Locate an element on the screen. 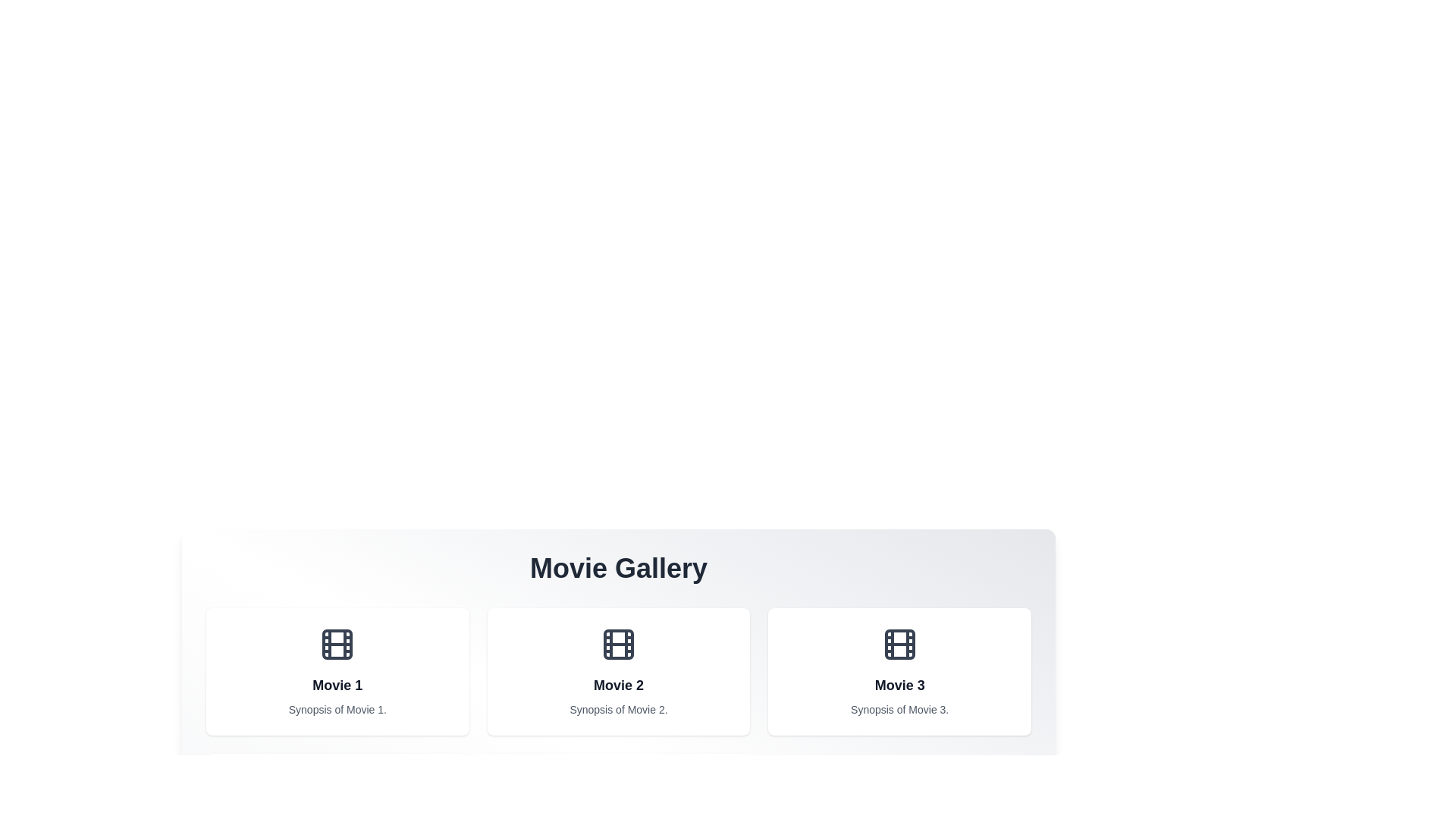 The height and width of the screenshot is (819, 1456). the text label 'Movie 3' which is styled in bold, dark gray, and positioned above the synopsis in the third card of the Movie Gallery is located at coordinates (899, 685).